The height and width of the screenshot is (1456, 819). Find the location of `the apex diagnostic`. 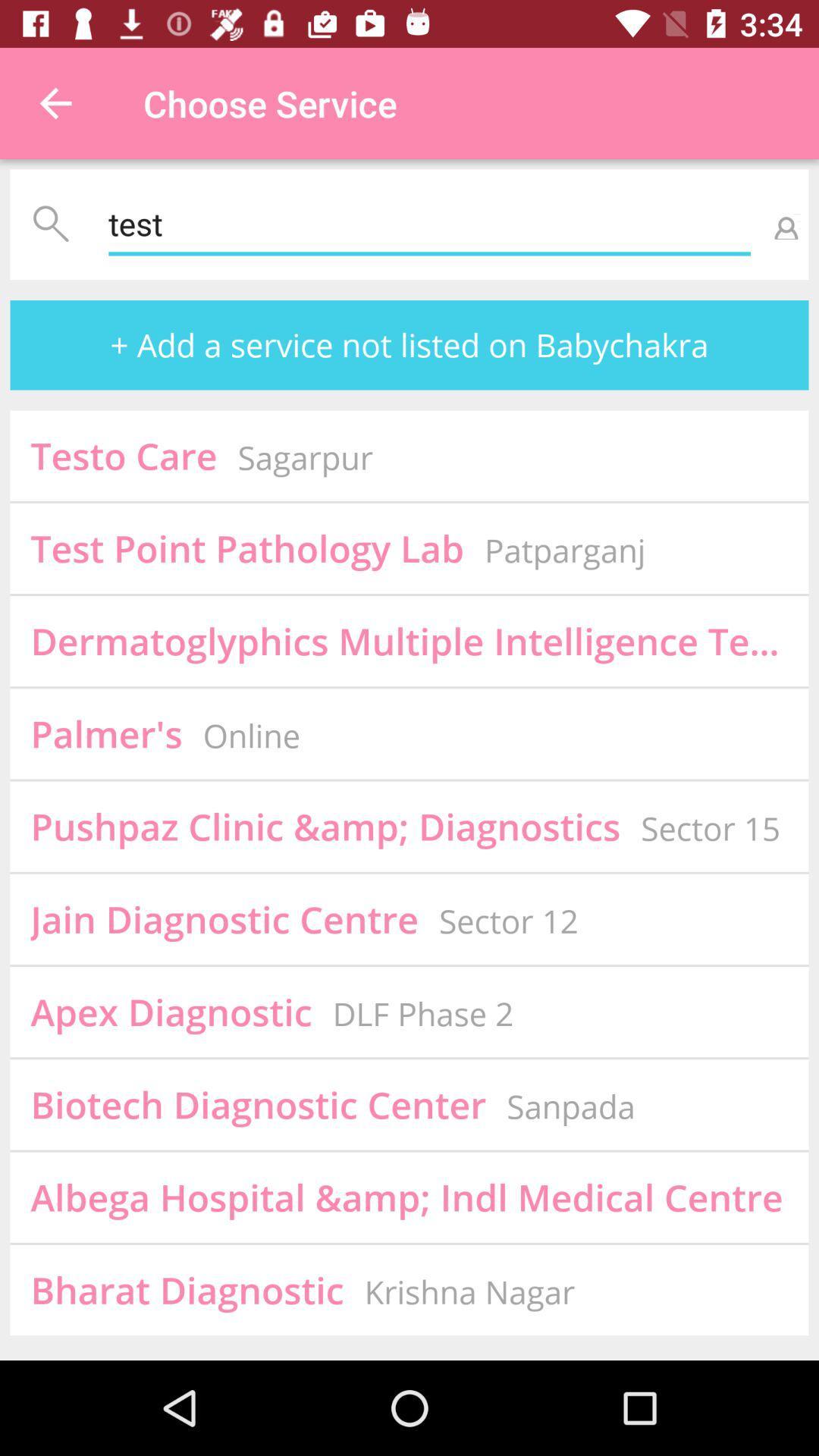

the apex diagnostic is located at coordinates (171, 1012).